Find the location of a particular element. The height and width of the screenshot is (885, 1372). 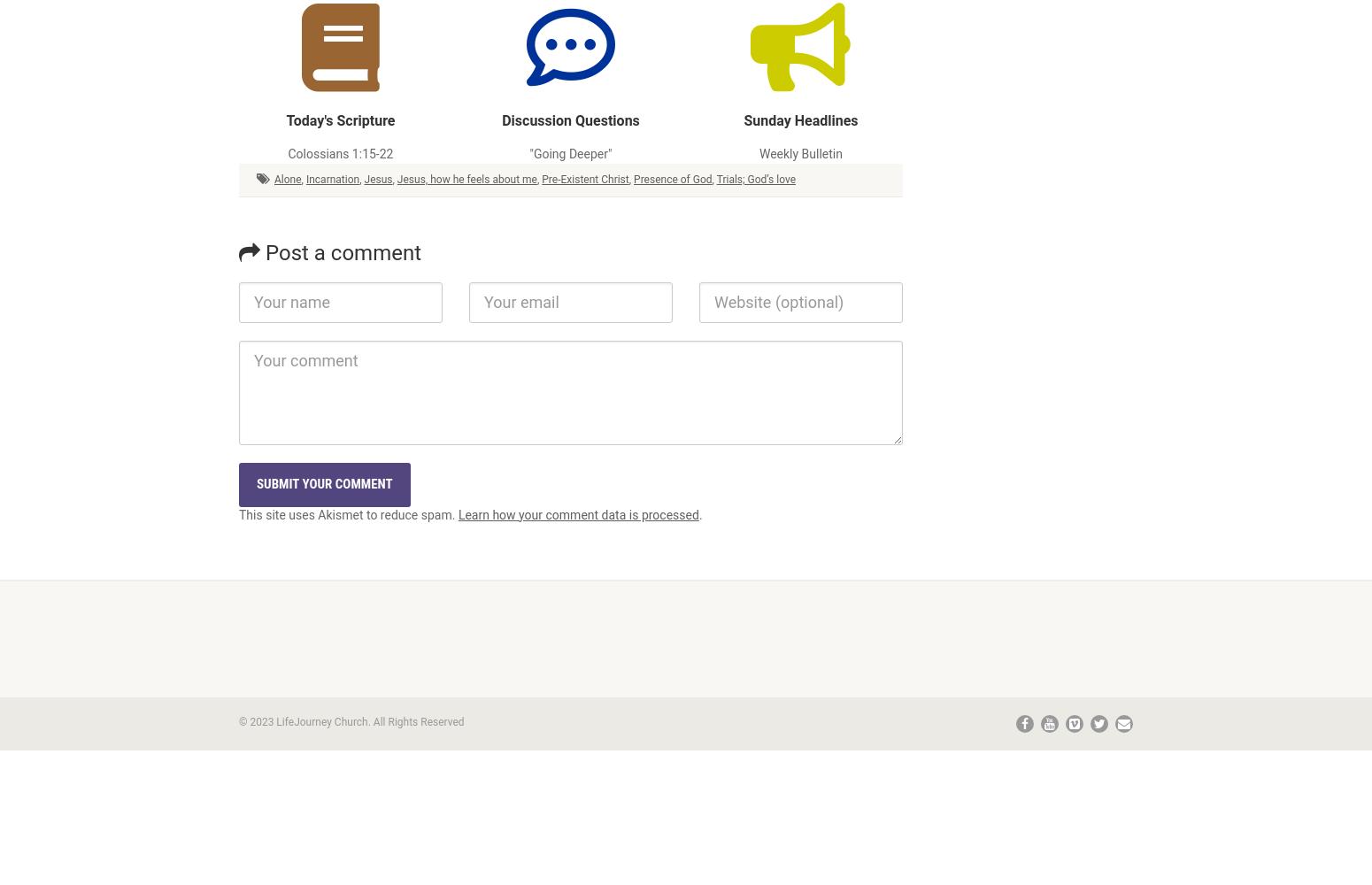

'Learn how your comment data is processed' is located at coordinates (577, 513).